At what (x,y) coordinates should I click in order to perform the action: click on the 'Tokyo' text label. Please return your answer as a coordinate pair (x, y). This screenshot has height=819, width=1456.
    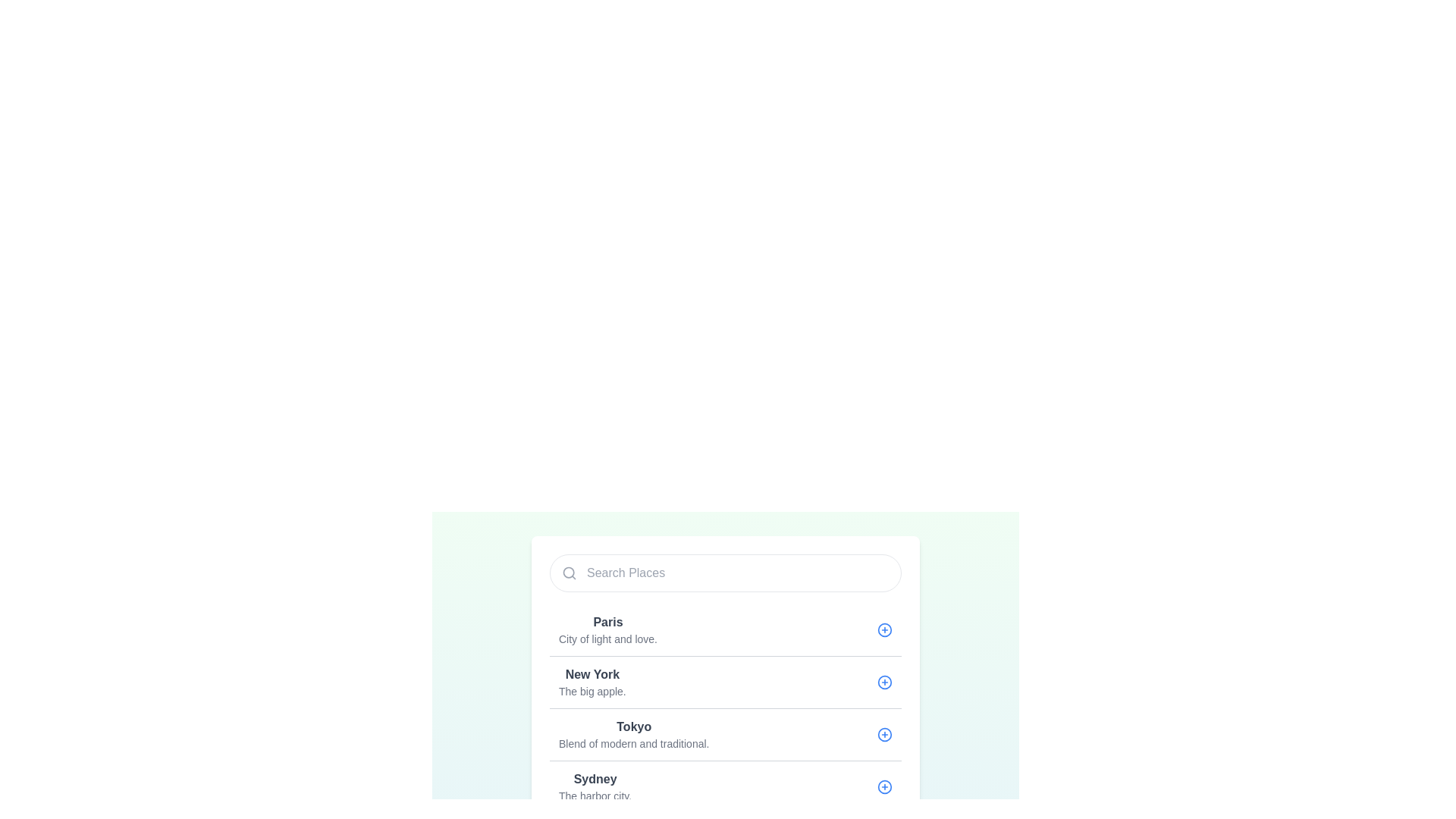
    Looking at the image, I should click on (633, 726).